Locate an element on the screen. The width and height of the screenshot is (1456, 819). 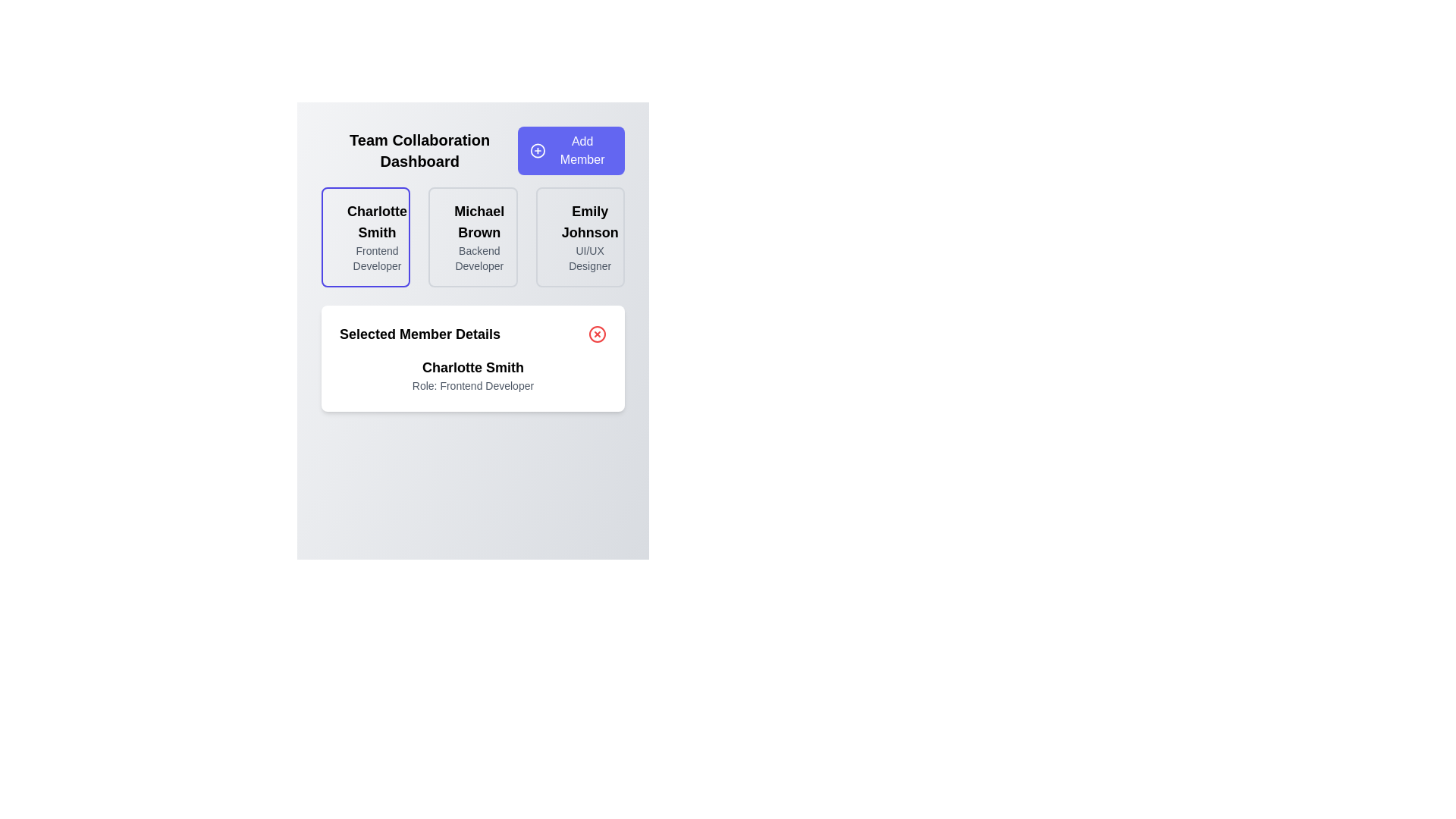
the circular plus icon within the 'Add Member' button located in the top right corner of the interface is located at coordinates (538, 151).